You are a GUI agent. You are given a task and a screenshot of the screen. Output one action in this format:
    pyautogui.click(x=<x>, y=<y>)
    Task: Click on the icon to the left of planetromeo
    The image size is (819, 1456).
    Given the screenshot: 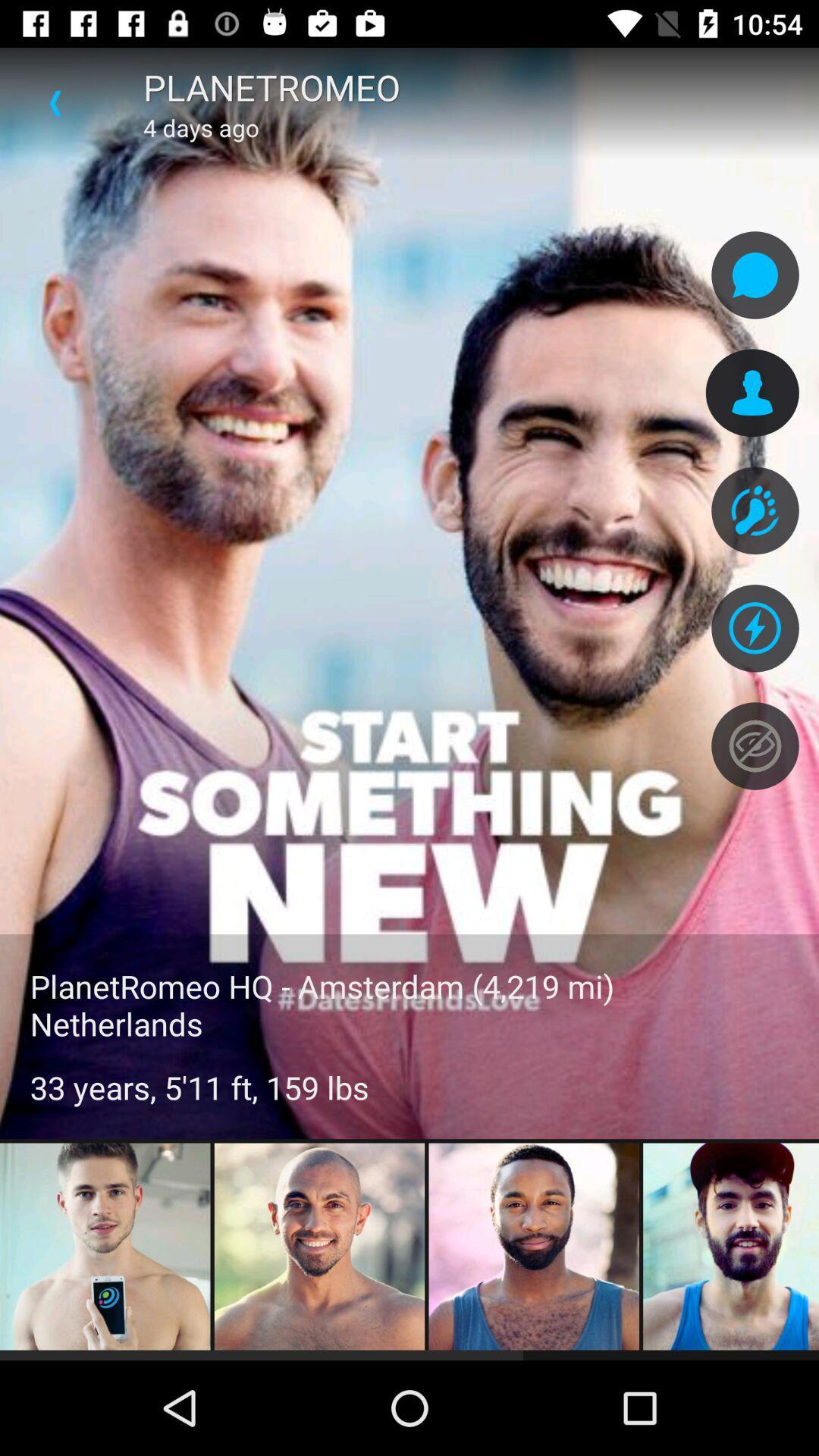 What is the action you would take?
    pyautogui.click(x=55, y=102)
    